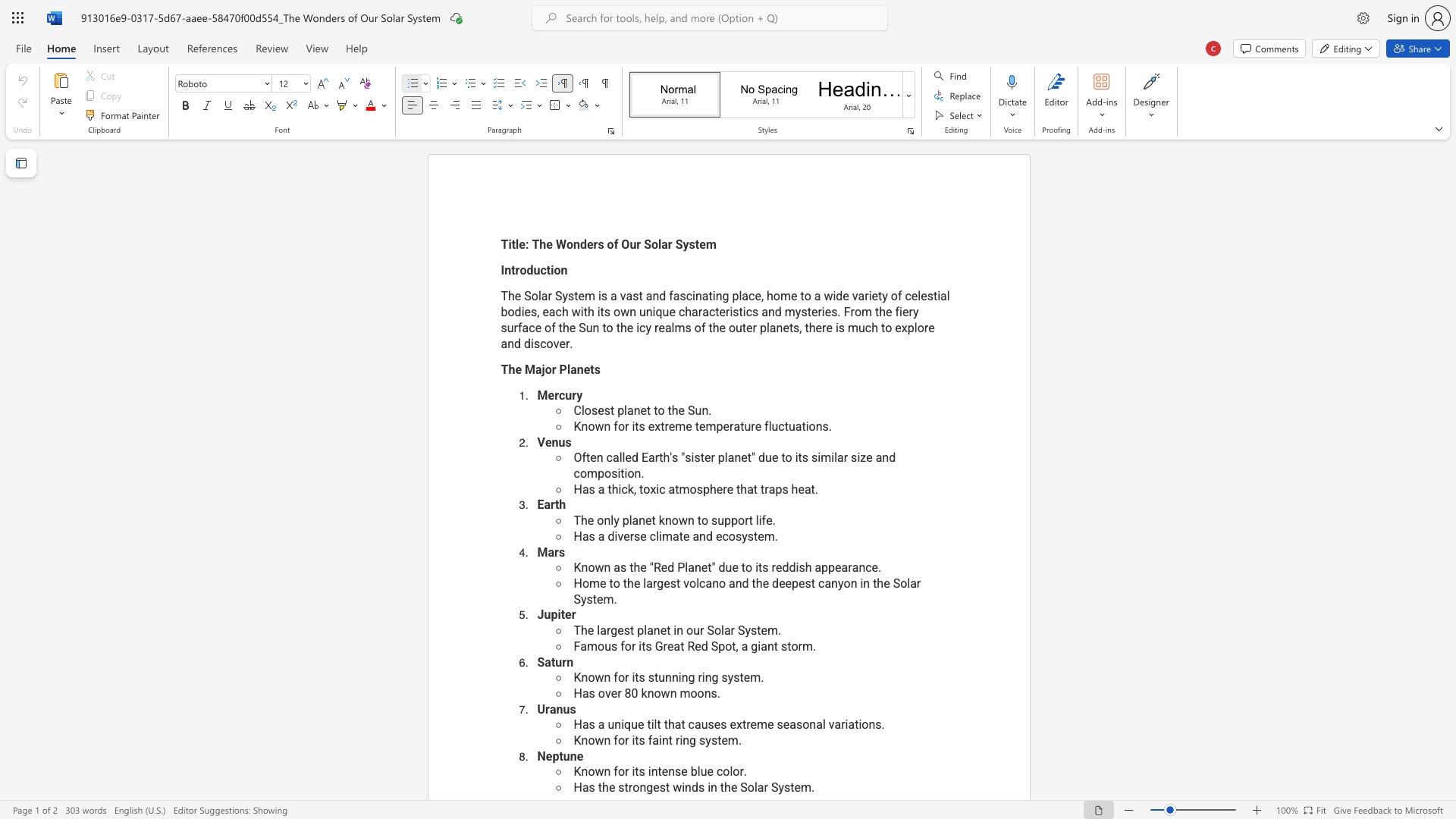 The image size is (1456, 819). I want to click on the 1th character "o" in the text, so click(601, 693).